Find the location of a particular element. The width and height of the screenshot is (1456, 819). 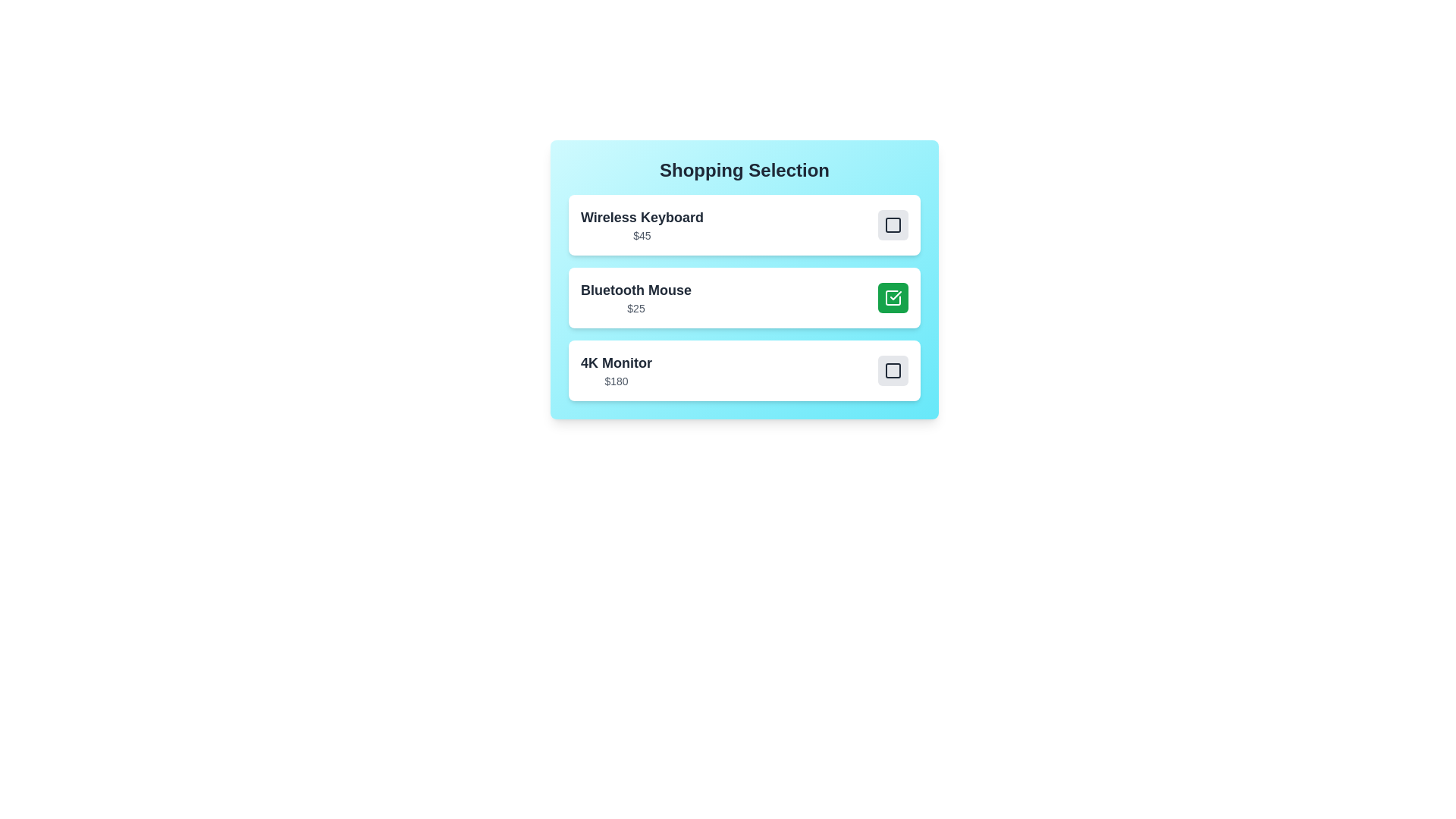

the green confirmation button located to the right of the second product in the Shopping Selection panel to confirm the selection is located at coordinates (745, 280).